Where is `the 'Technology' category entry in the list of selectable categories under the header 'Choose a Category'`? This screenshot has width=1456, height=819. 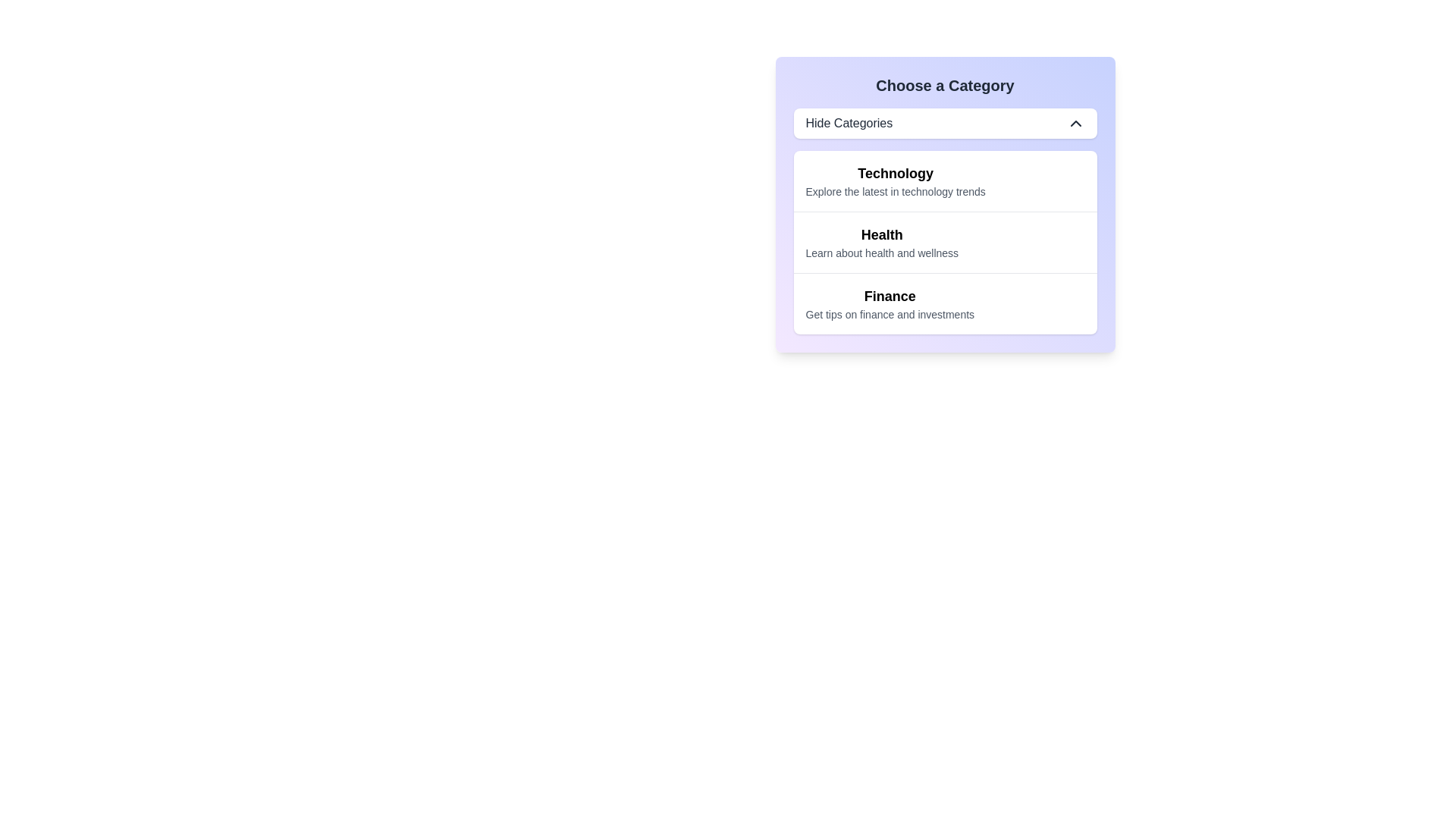 the 'Technology' category entry in the list of selectable categories under the header 'Choose a Category' is located at coordinates (944, 180).